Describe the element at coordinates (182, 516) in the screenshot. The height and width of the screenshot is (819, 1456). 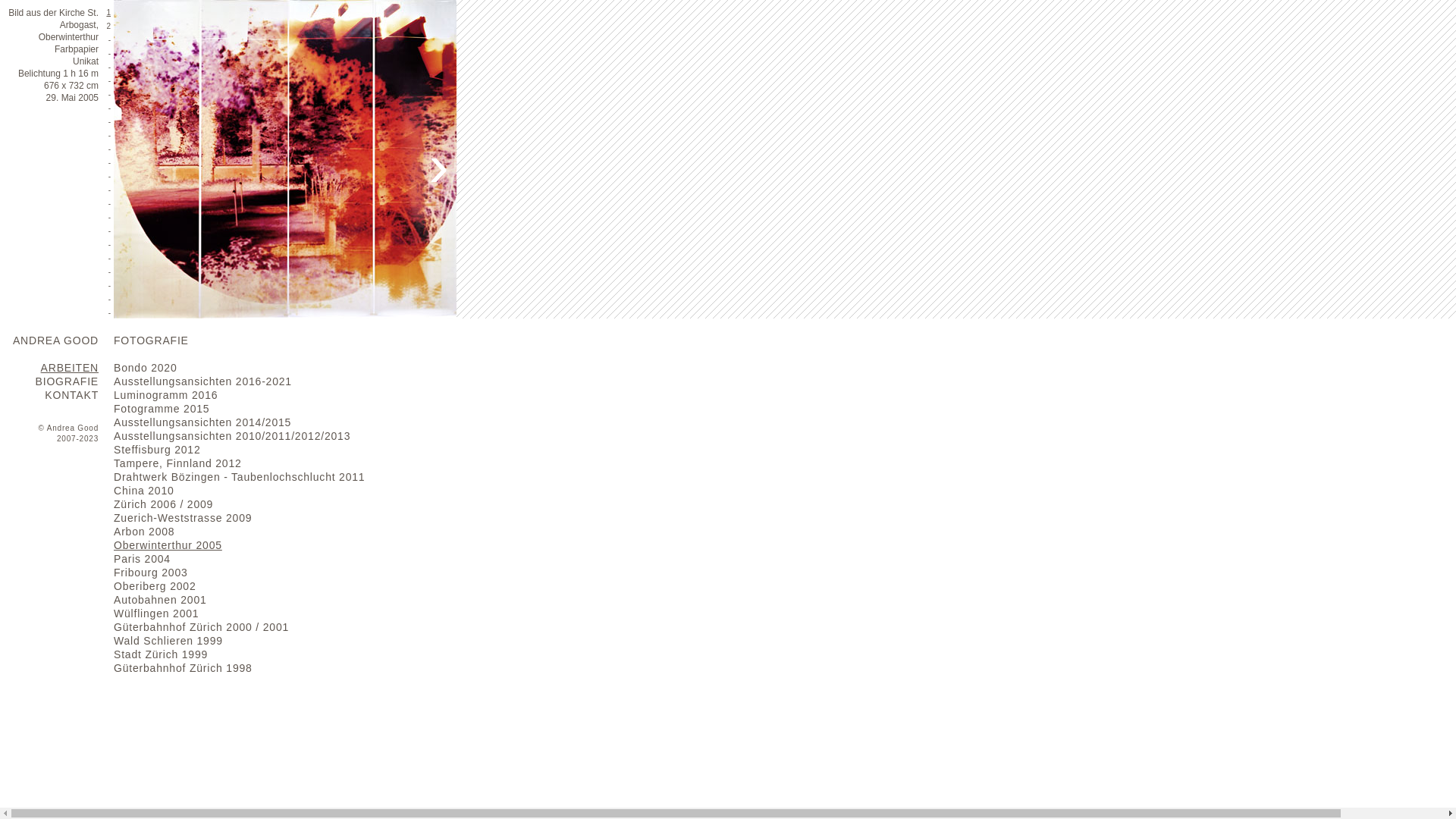
I see `'Zuerich-Weststrasse 2009'` at that location.